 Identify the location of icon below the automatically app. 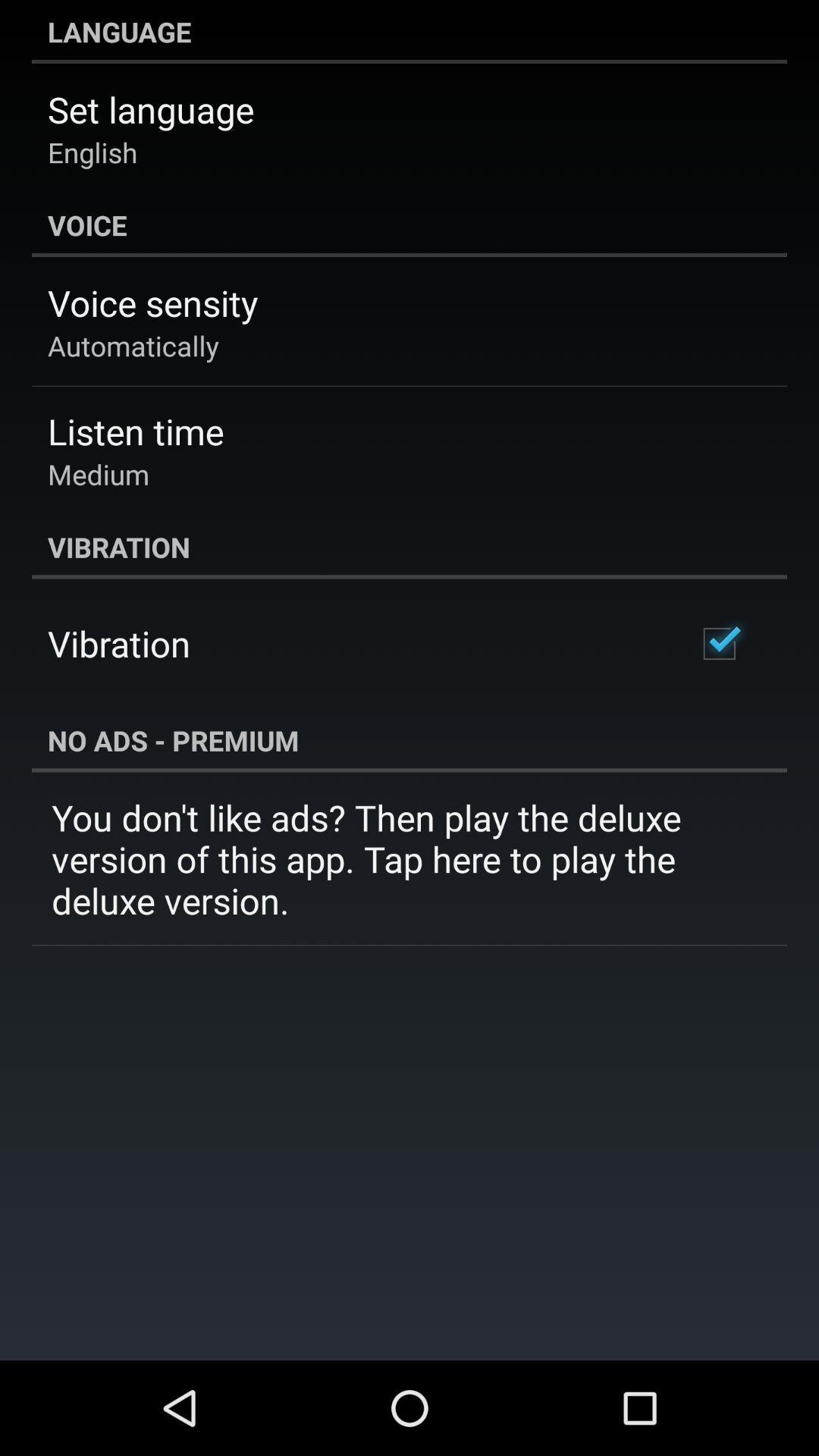
(135, 430).